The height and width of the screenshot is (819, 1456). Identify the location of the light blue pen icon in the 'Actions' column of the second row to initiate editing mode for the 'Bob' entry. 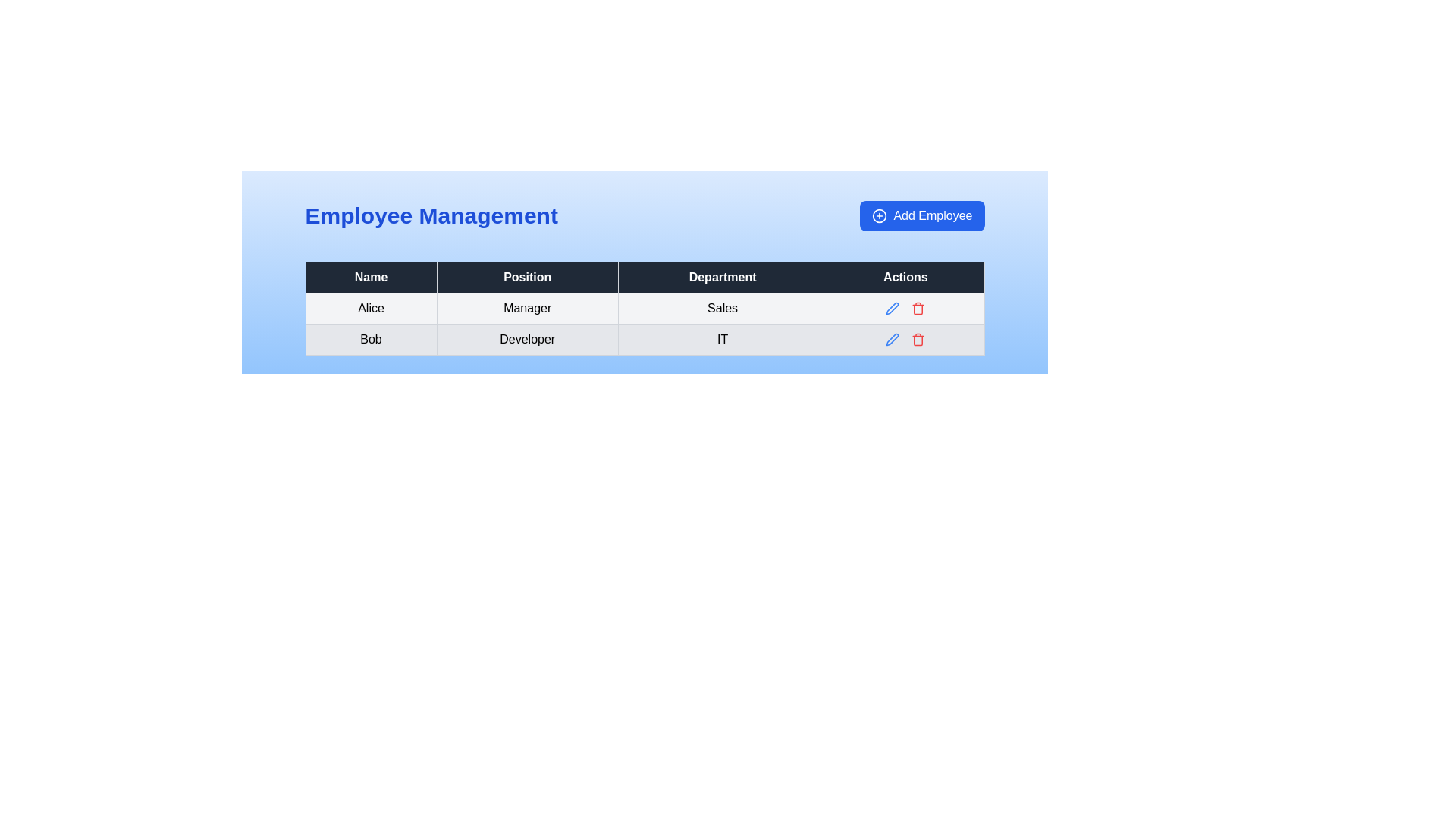
(893, 308).